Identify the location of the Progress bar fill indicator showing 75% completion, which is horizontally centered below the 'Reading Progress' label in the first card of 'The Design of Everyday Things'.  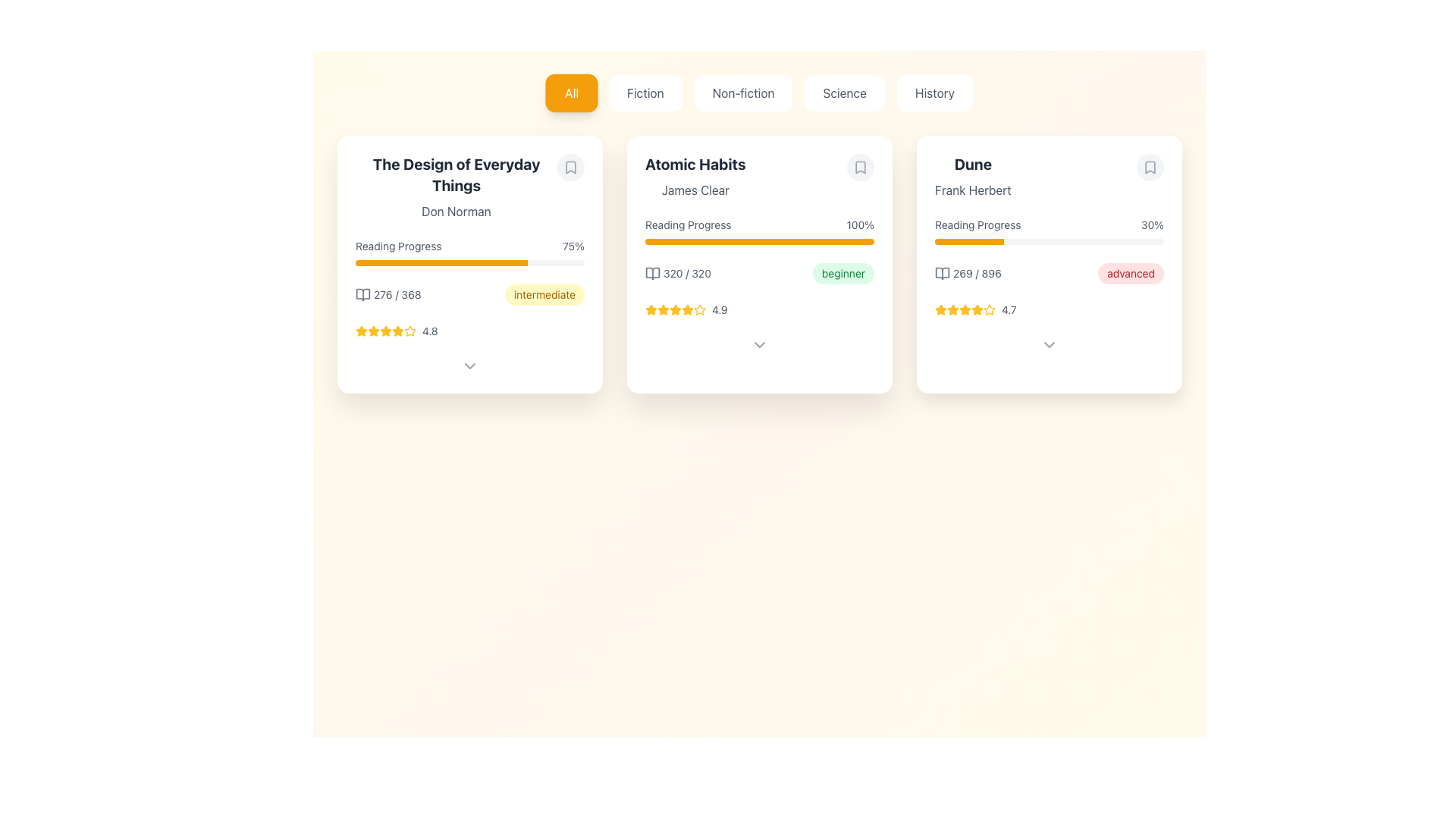
(441, 262).